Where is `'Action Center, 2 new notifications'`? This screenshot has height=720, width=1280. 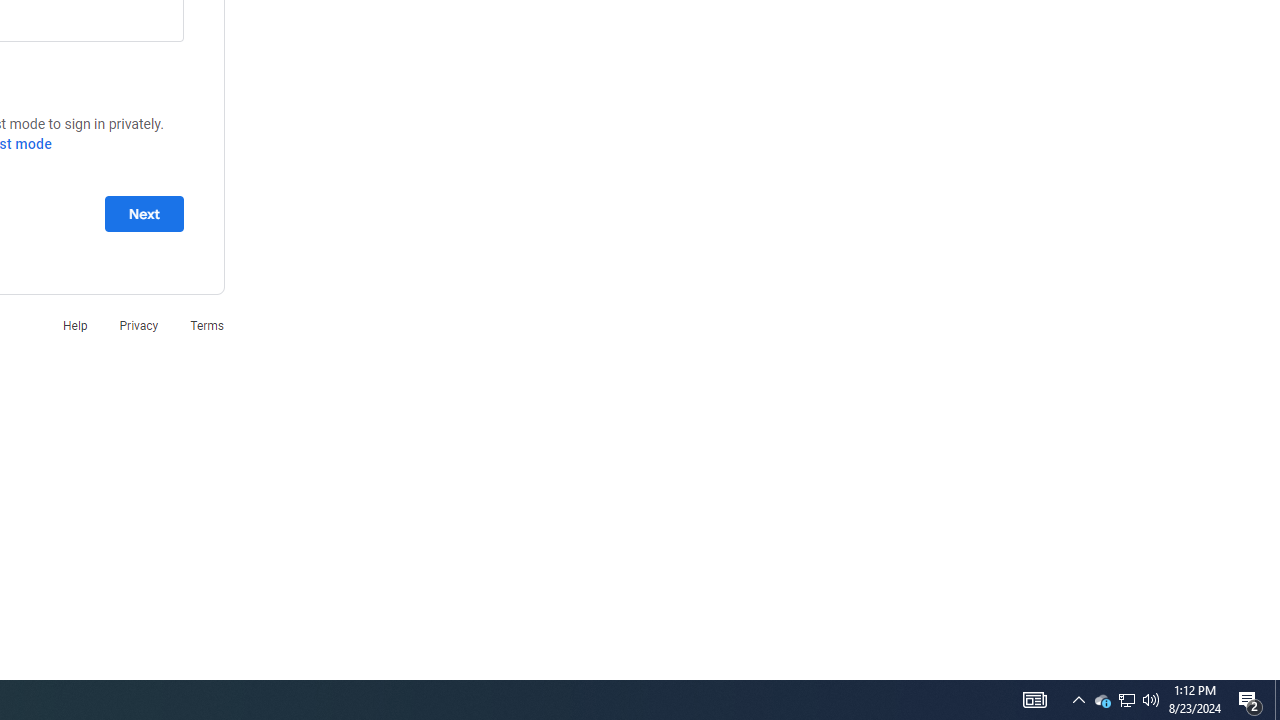
'Action Center, 2 new notifications' is located at coordinates (1250, 698).